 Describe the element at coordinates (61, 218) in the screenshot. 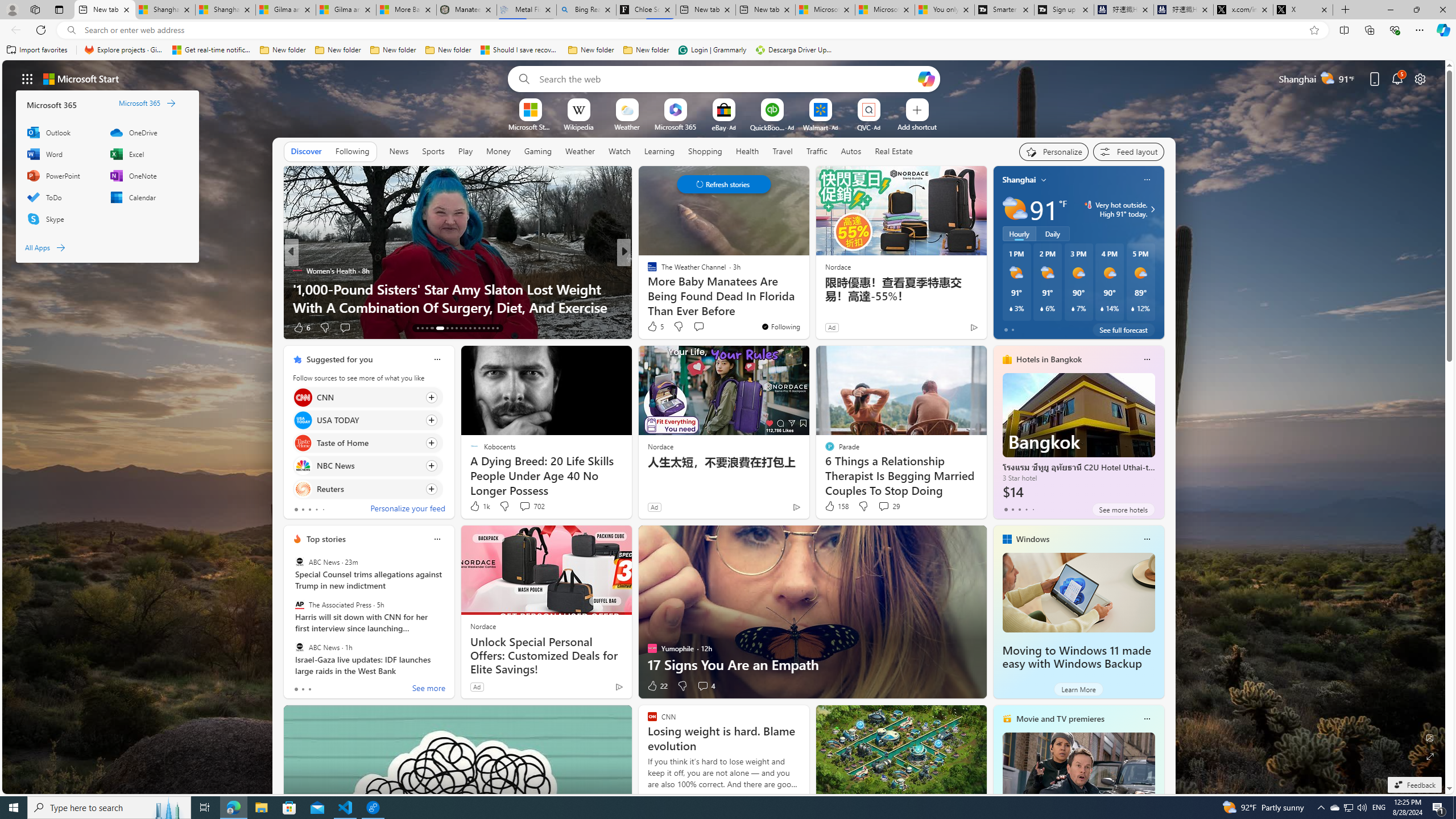

I see `'Skype'` at that location.